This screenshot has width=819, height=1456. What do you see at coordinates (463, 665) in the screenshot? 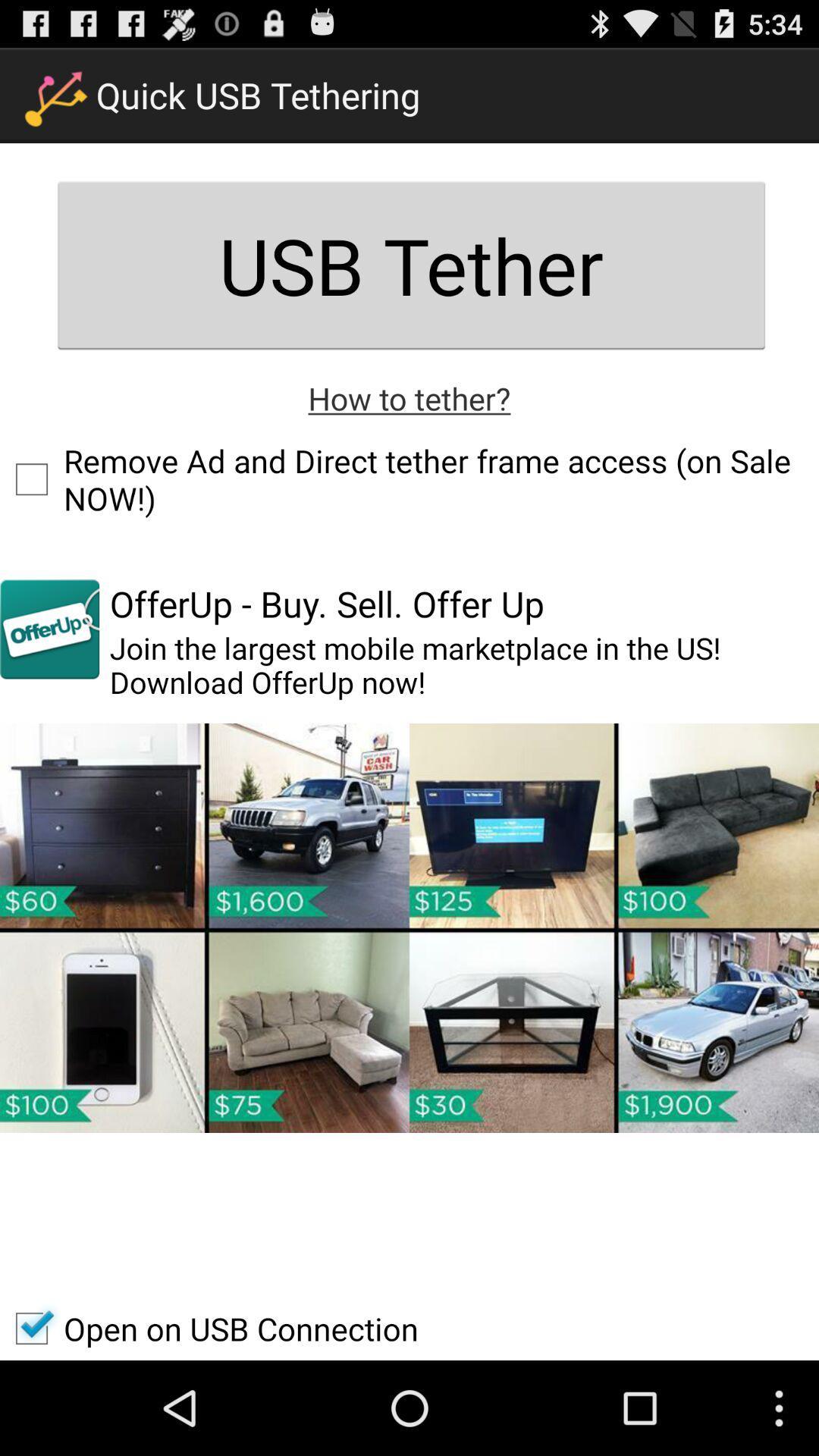
I see `app below offerup buy sell item` at bounding box center [463, 665].